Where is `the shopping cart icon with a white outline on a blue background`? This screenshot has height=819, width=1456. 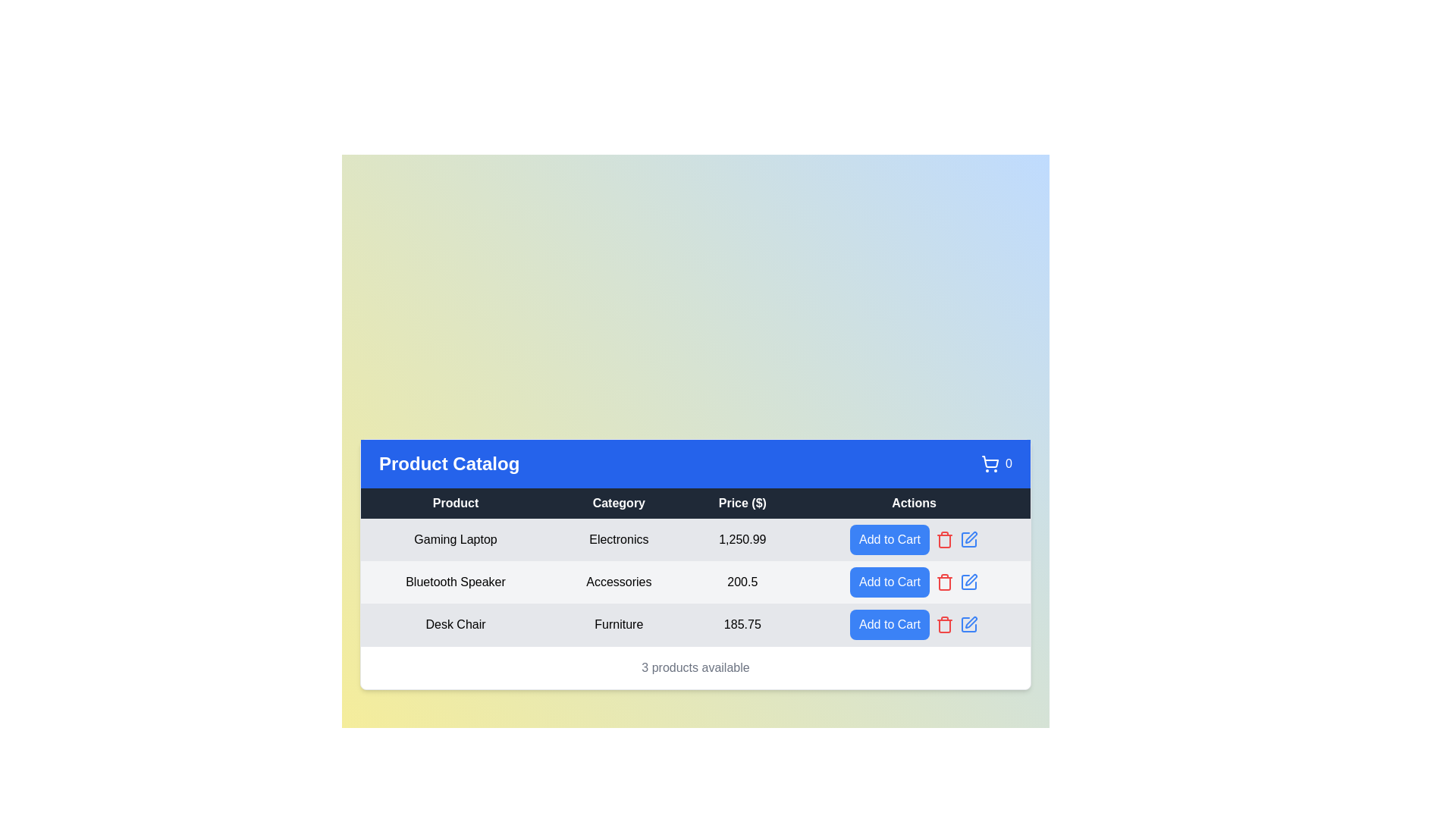
the shopping cart icon with a white outline on a blue background is located at coordinates (990, 463).